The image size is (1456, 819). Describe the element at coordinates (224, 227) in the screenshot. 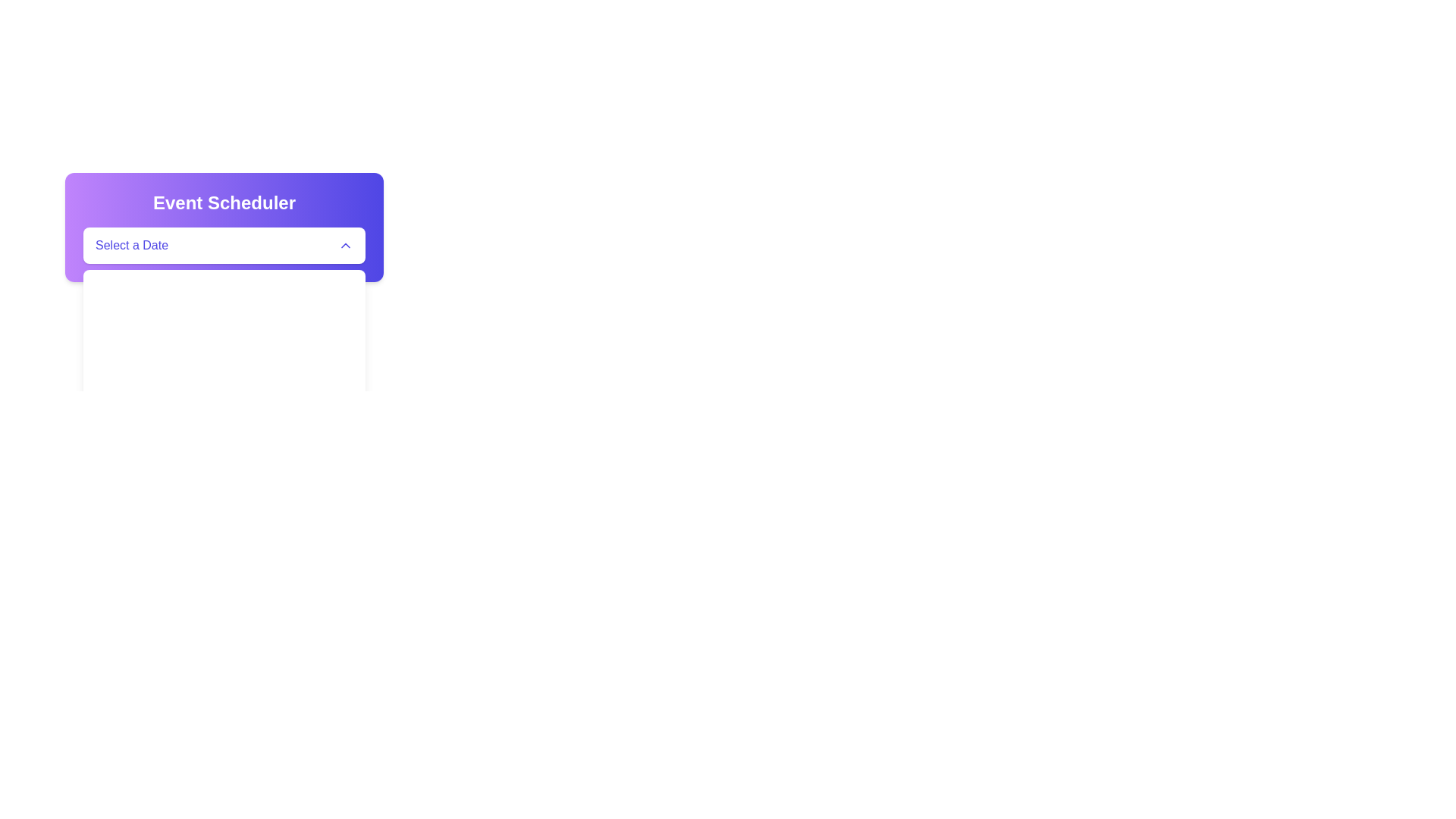

I see `the dropdown selection box beneath the header text 'Event Scheduler'` at that location.